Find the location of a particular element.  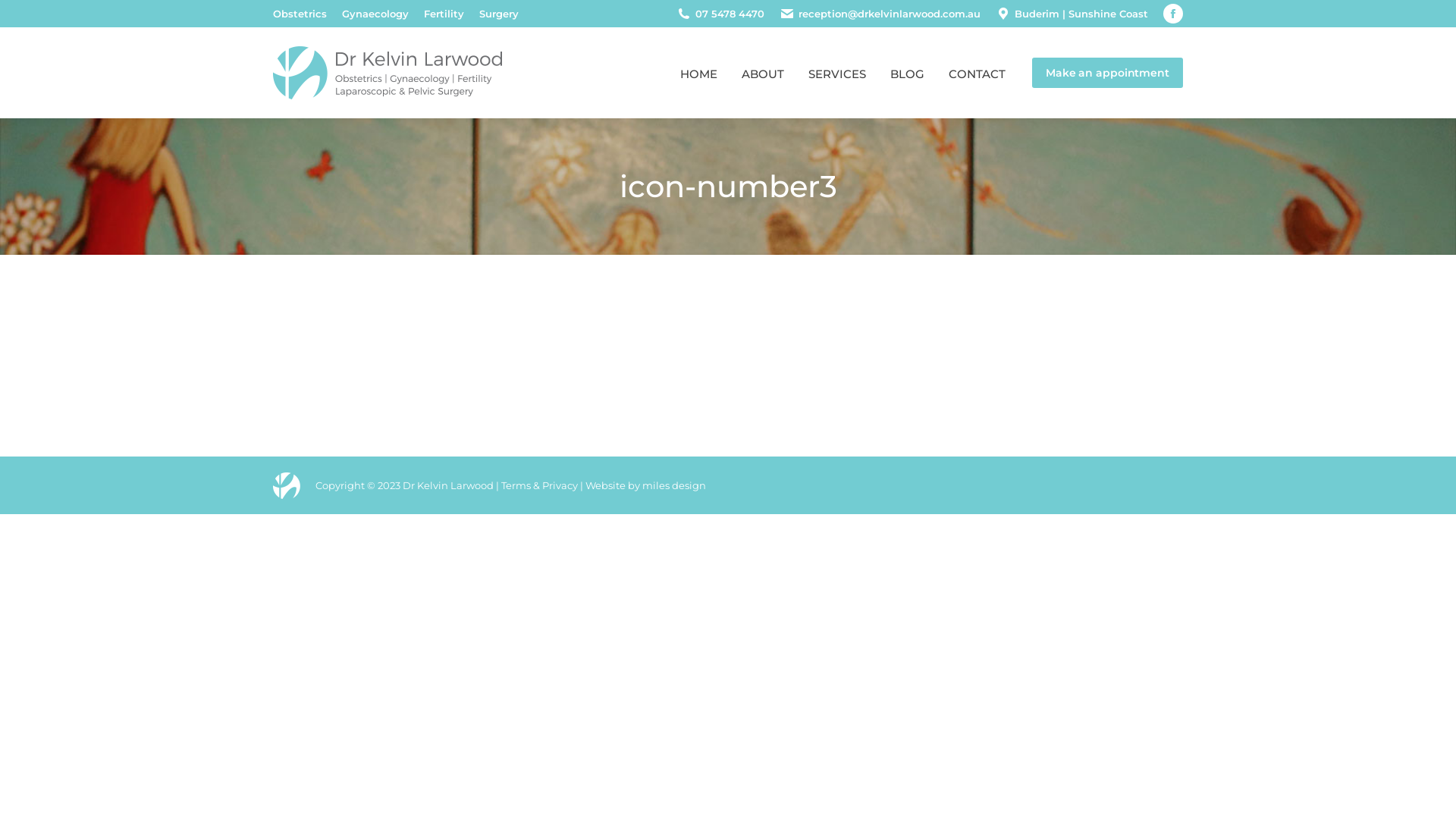

'CONTACT' is located at coordinates (977, 72).